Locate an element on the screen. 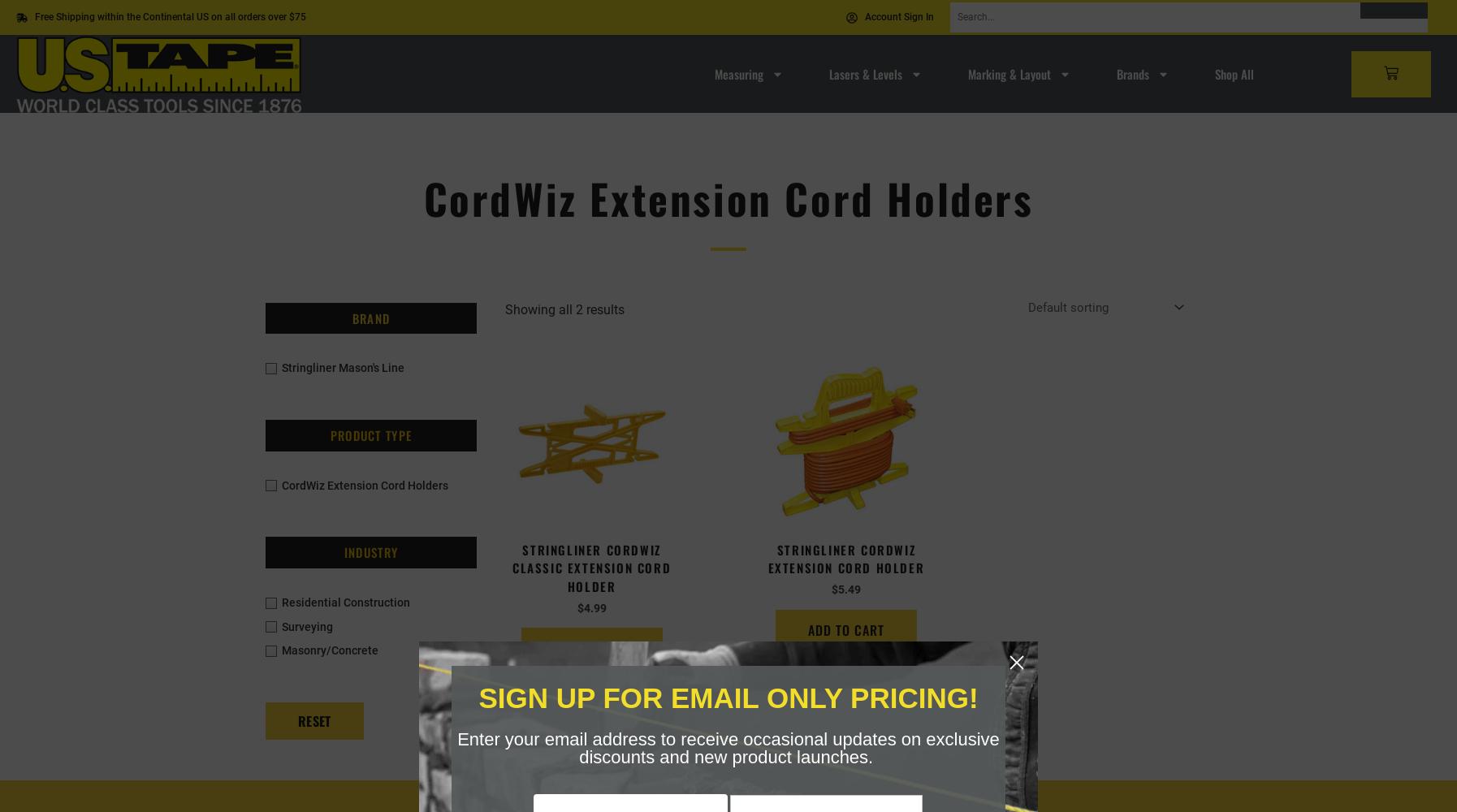 The width and height of the screenshot is (1457, 812). 'Industry' is located at coordinates (343, 552).